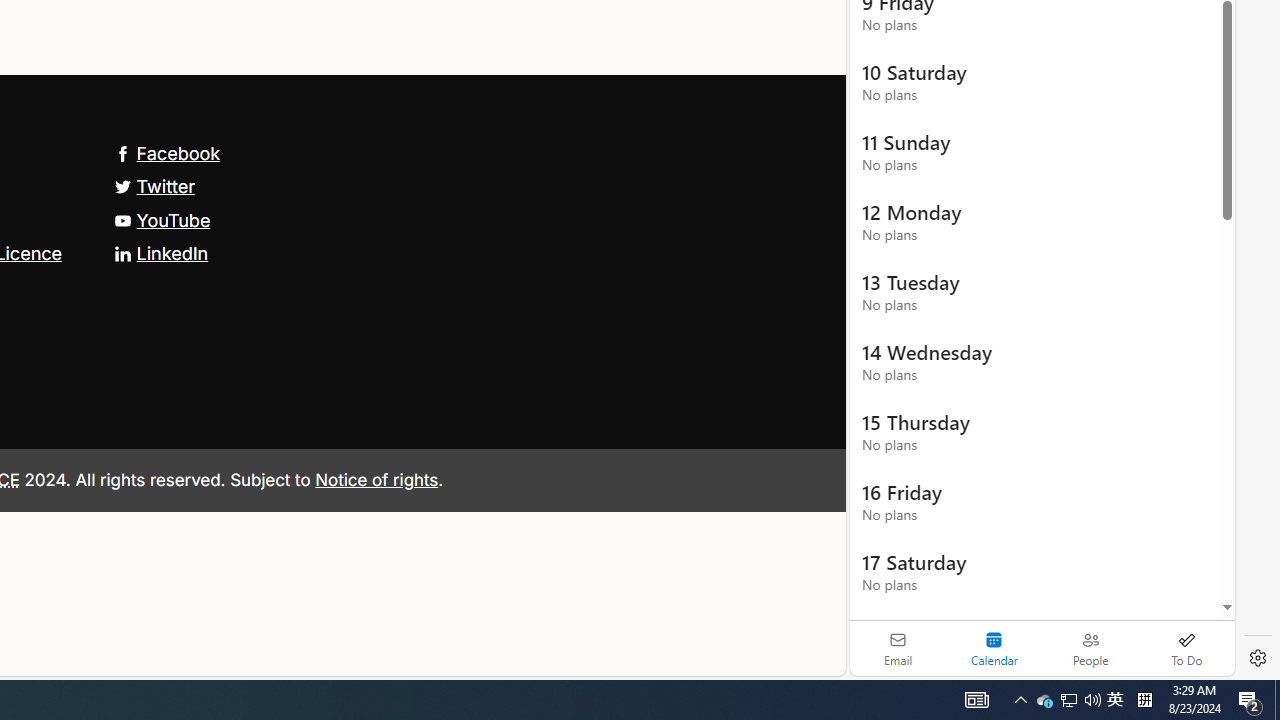 The width and height of the screenshot is (1280, 720). Describe the element at coordinates (1186, 648) in the screenshot. I see `'To Do'` at that location.